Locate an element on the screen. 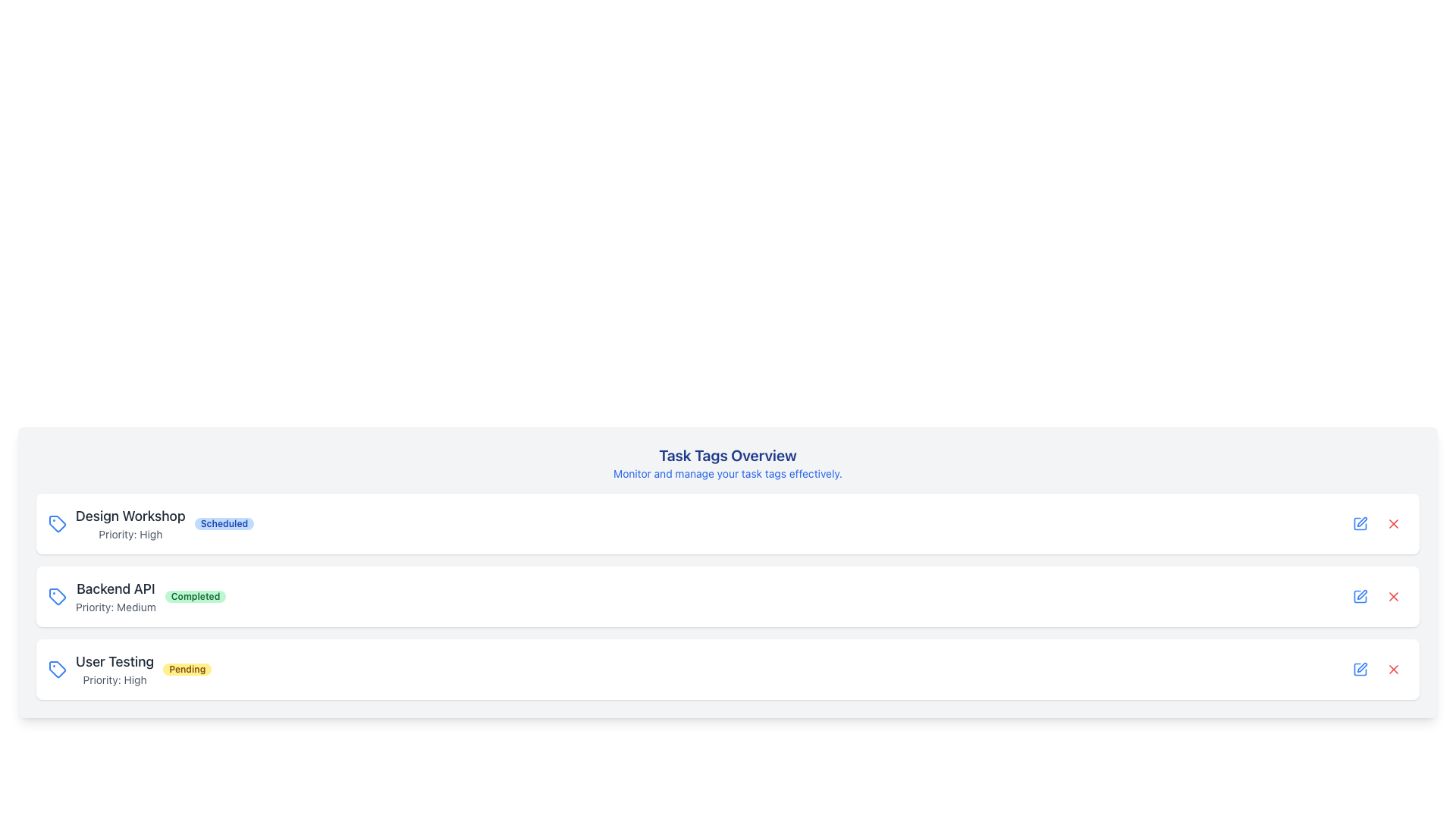 Image resolution: width=1456 pixels, height=819 pixels. the edit button located in the rightmost part of the first row within a vertically-listed group of items to initiate an edit action is located at coordinates (1360, 522).